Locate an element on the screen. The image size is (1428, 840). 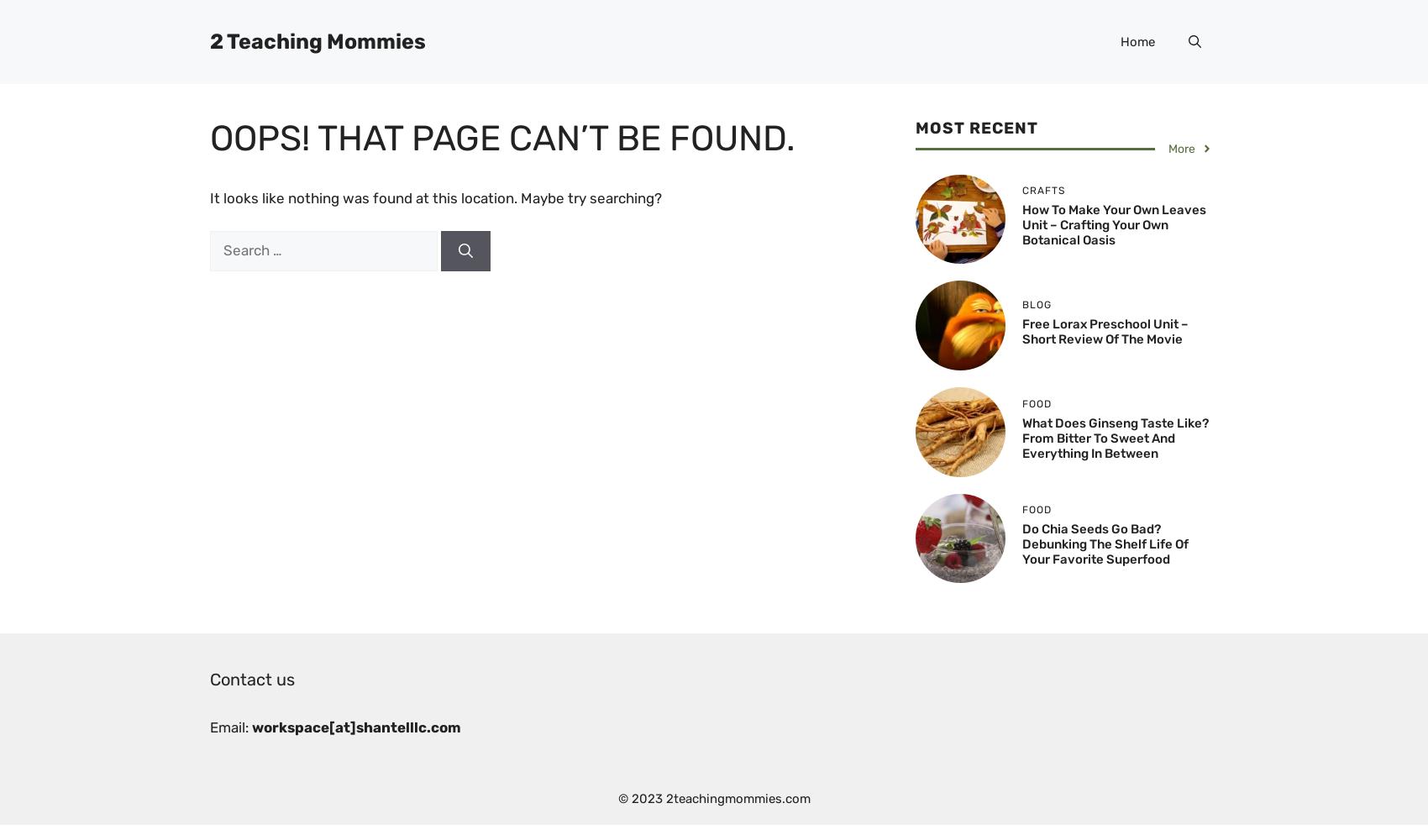
'More' is located at coordinates (1180, 148).